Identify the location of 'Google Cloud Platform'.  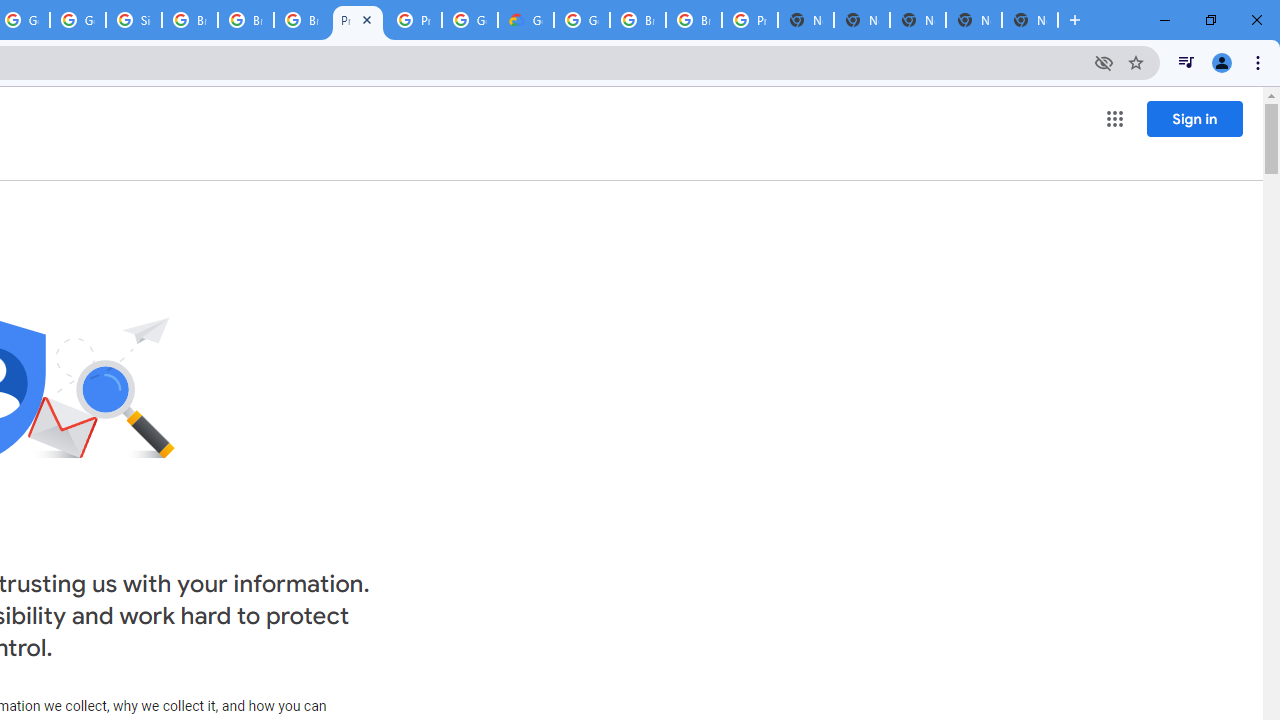
(468, 20).